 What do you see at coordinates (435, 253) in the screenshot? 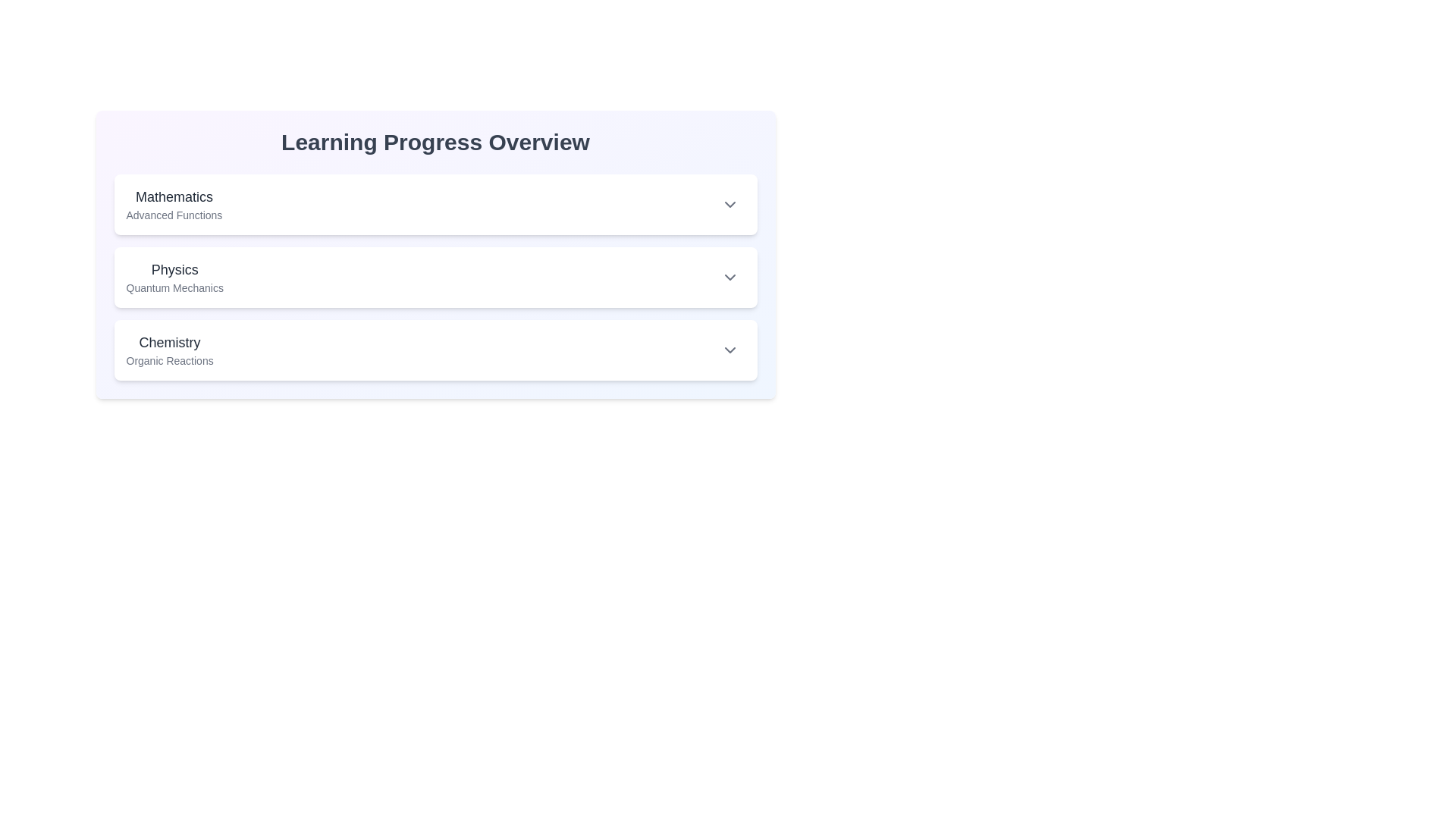
I see `the second subject card within the Information card titled 'Learning Progress Overview', which features a gradient background and includes subjects like 'Mathematics' and 'Physics'` at bounding box center [435, 253].